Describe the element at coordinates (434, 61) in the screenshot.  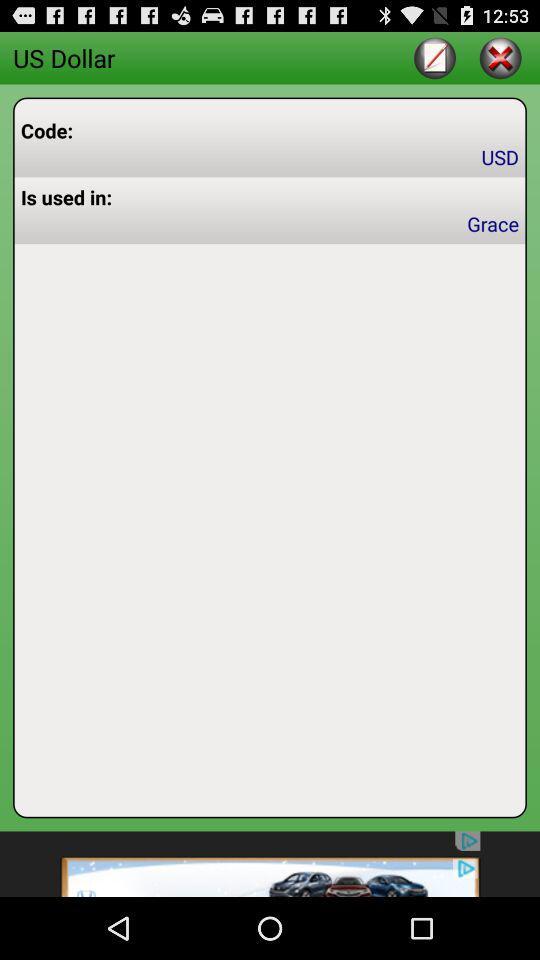
I see `the edit icon` at that location.